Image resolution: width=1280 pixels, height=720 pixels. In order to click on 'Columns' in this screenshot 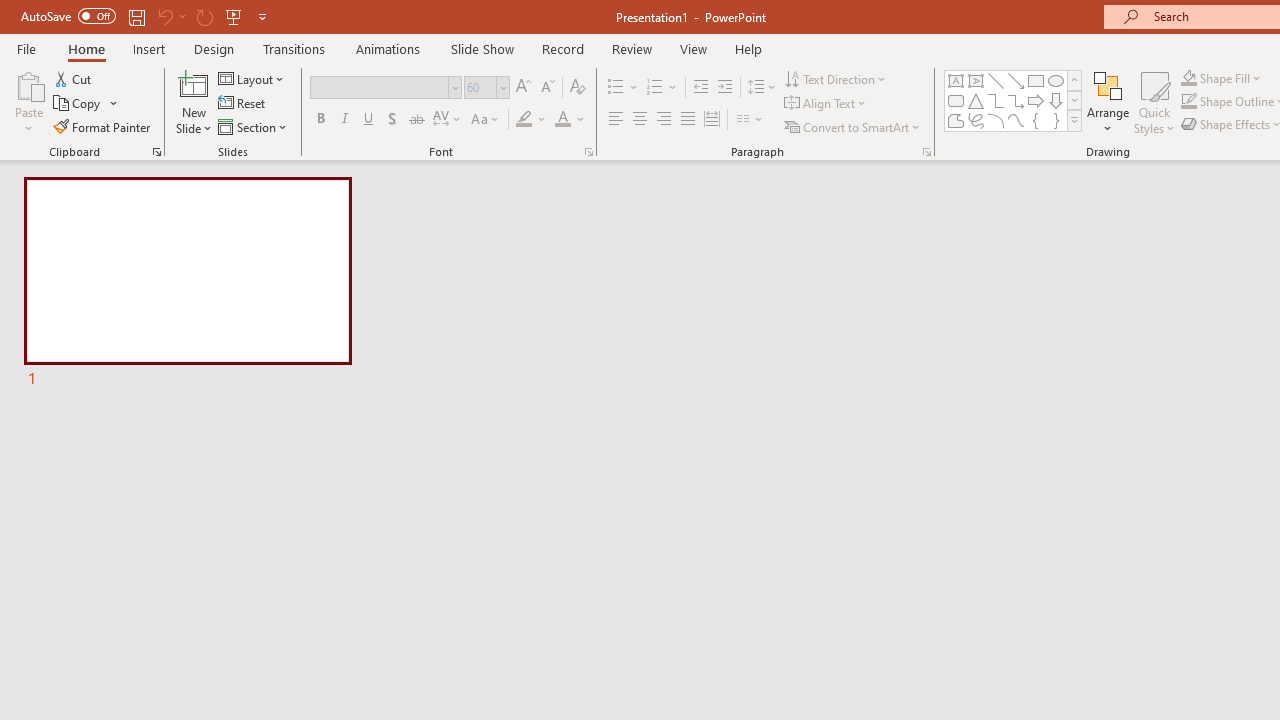, I will do `click(749, 119)`.